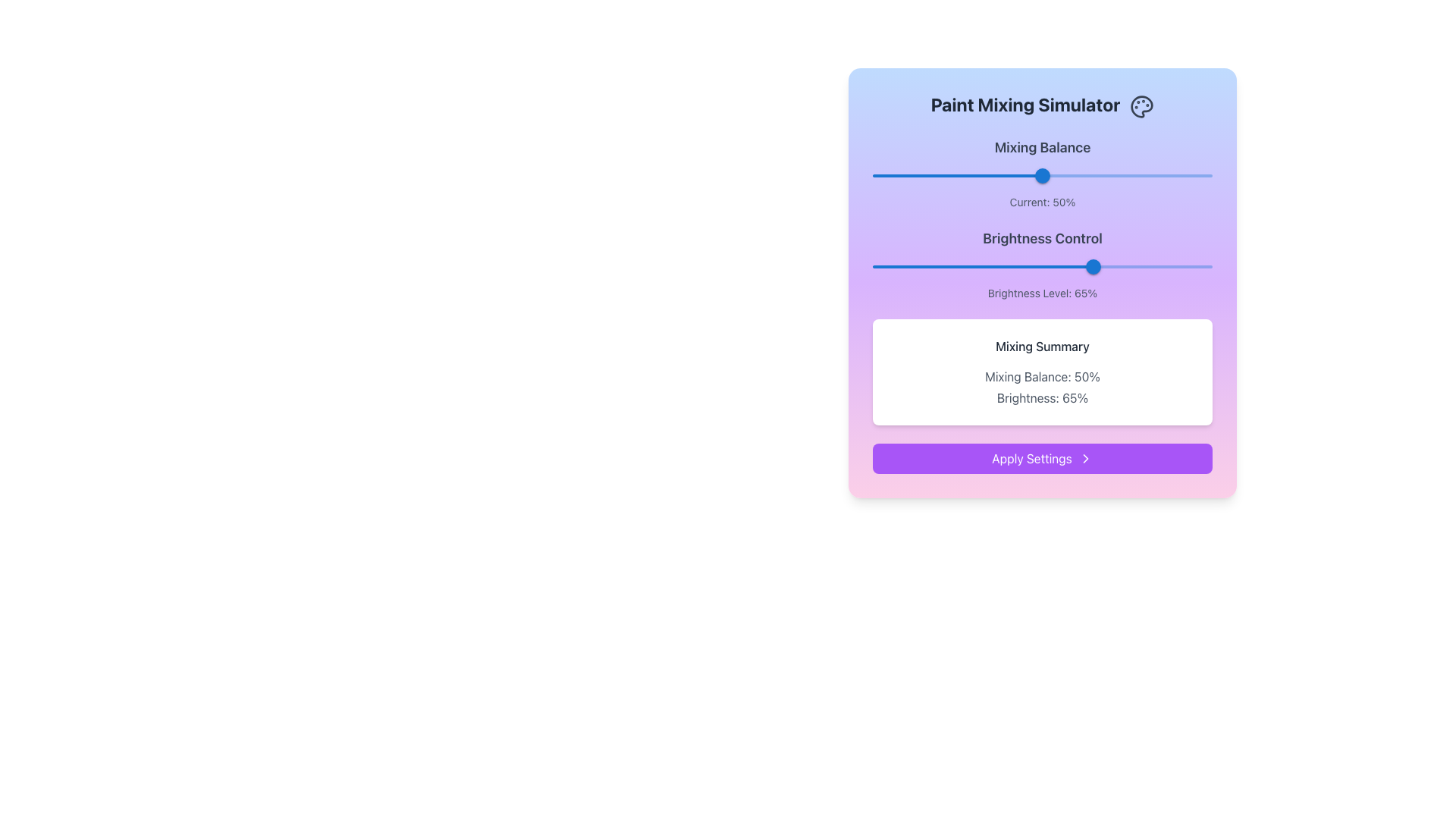  What do you see at coordinates (926, 174) in the screenshot?
I see `the mixing balance` at bounding box center [926, 174].